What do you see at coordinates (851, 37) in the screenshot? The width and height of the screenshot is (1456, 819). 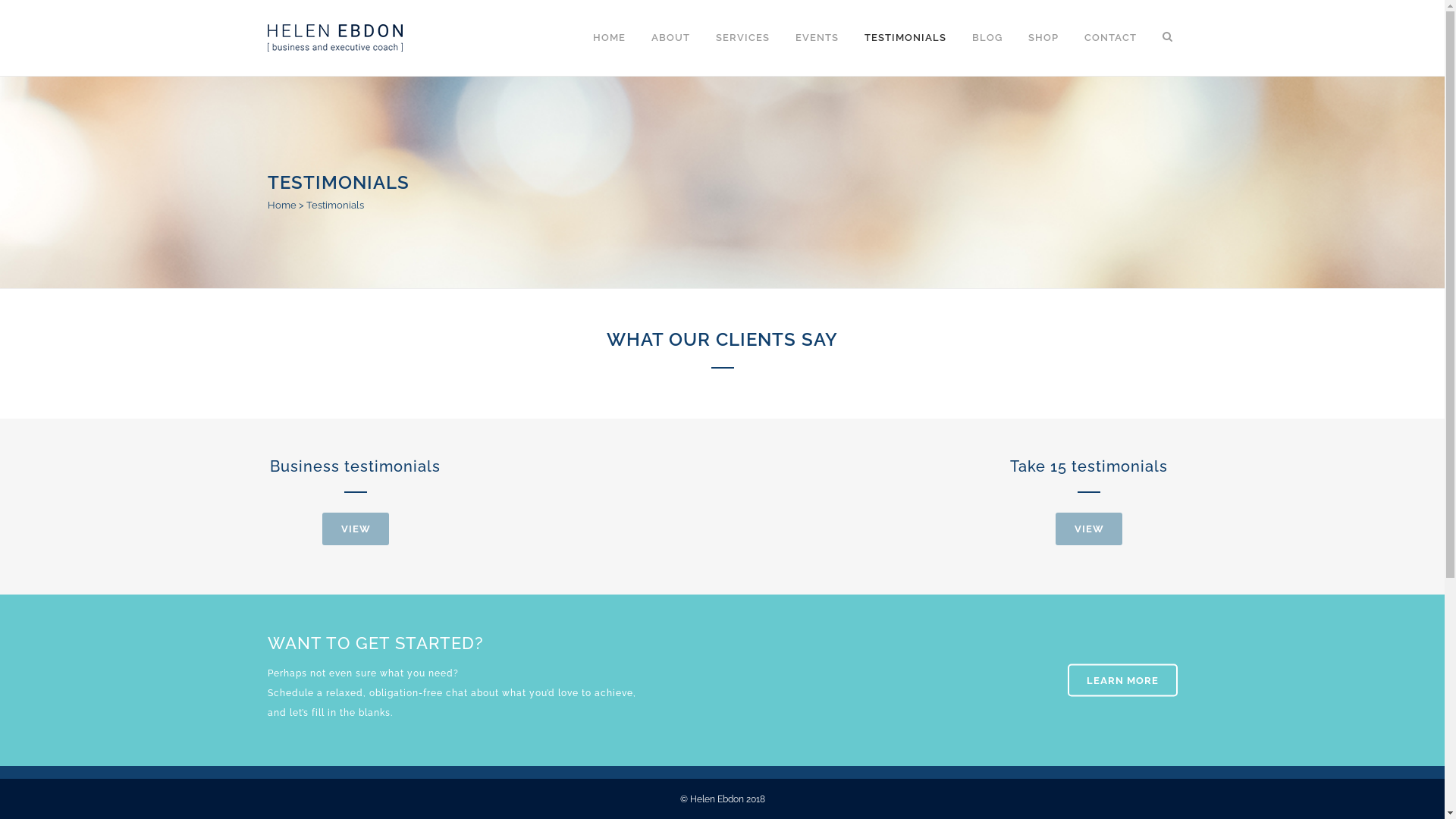 I see `'TESTIMONIALS'` at bounding box center [851, 37].